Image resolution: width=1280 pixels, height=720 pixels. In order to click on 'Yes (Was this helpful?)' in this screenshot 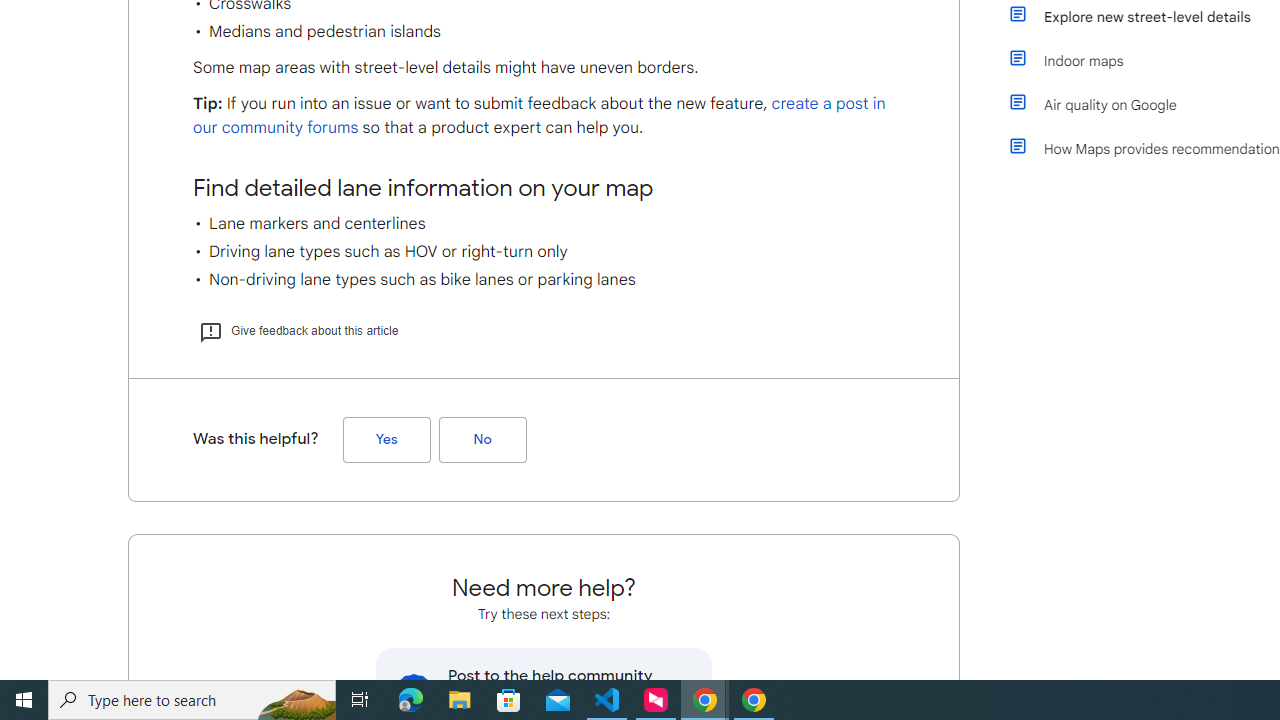, I will do `click(386, 438)`.